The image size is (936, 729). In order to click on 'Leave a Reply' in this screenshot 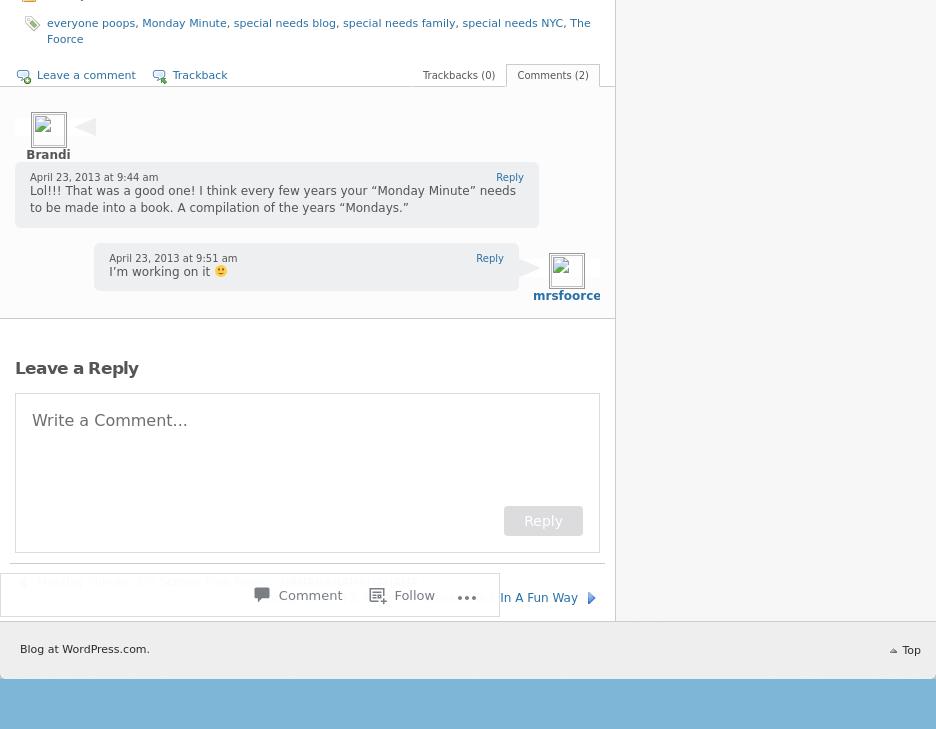, I will do `click(76, 367)`.